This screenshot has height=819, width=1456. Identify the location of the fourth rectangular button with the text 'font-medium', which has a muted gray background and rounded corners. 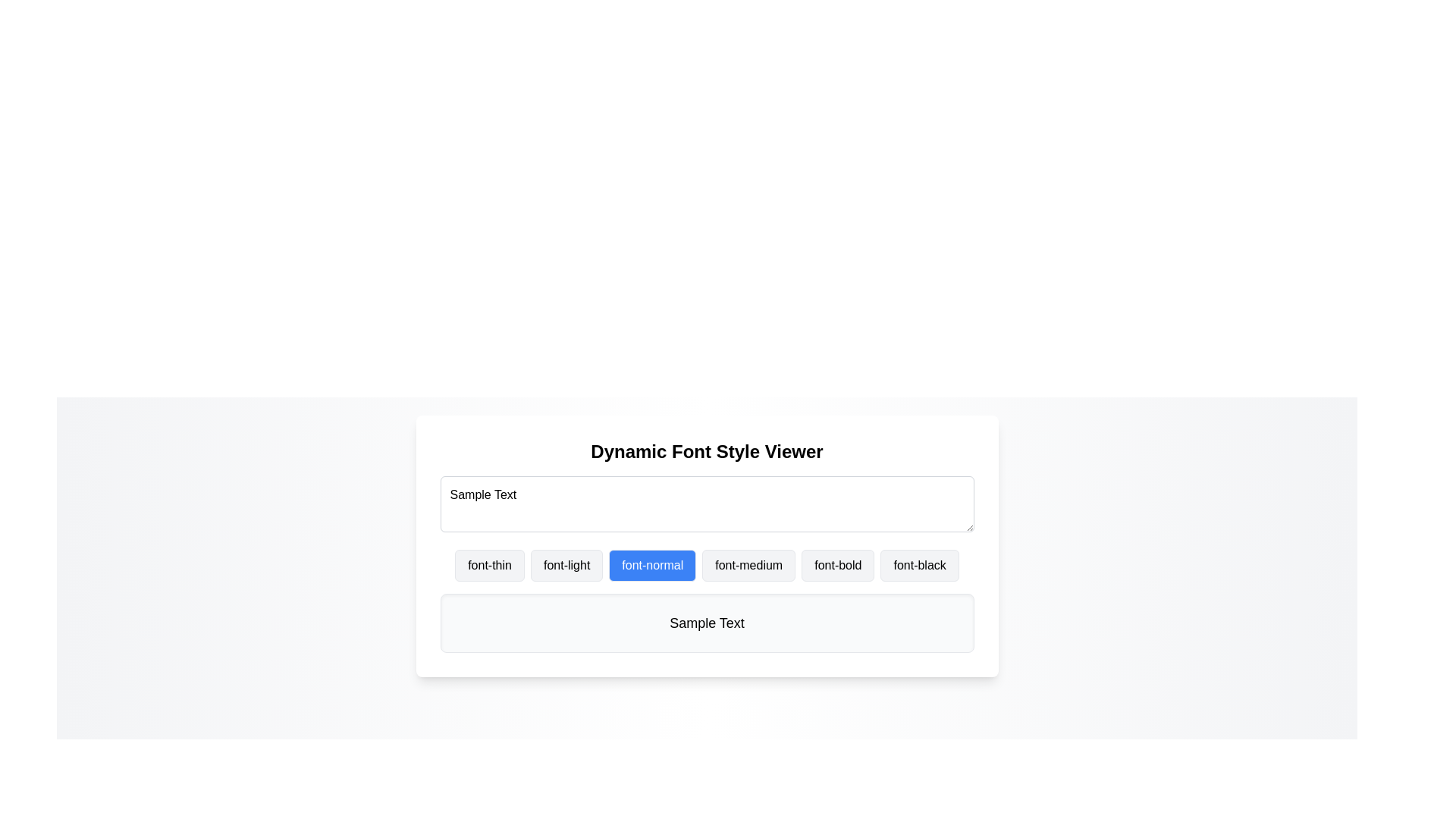
(748, 565).